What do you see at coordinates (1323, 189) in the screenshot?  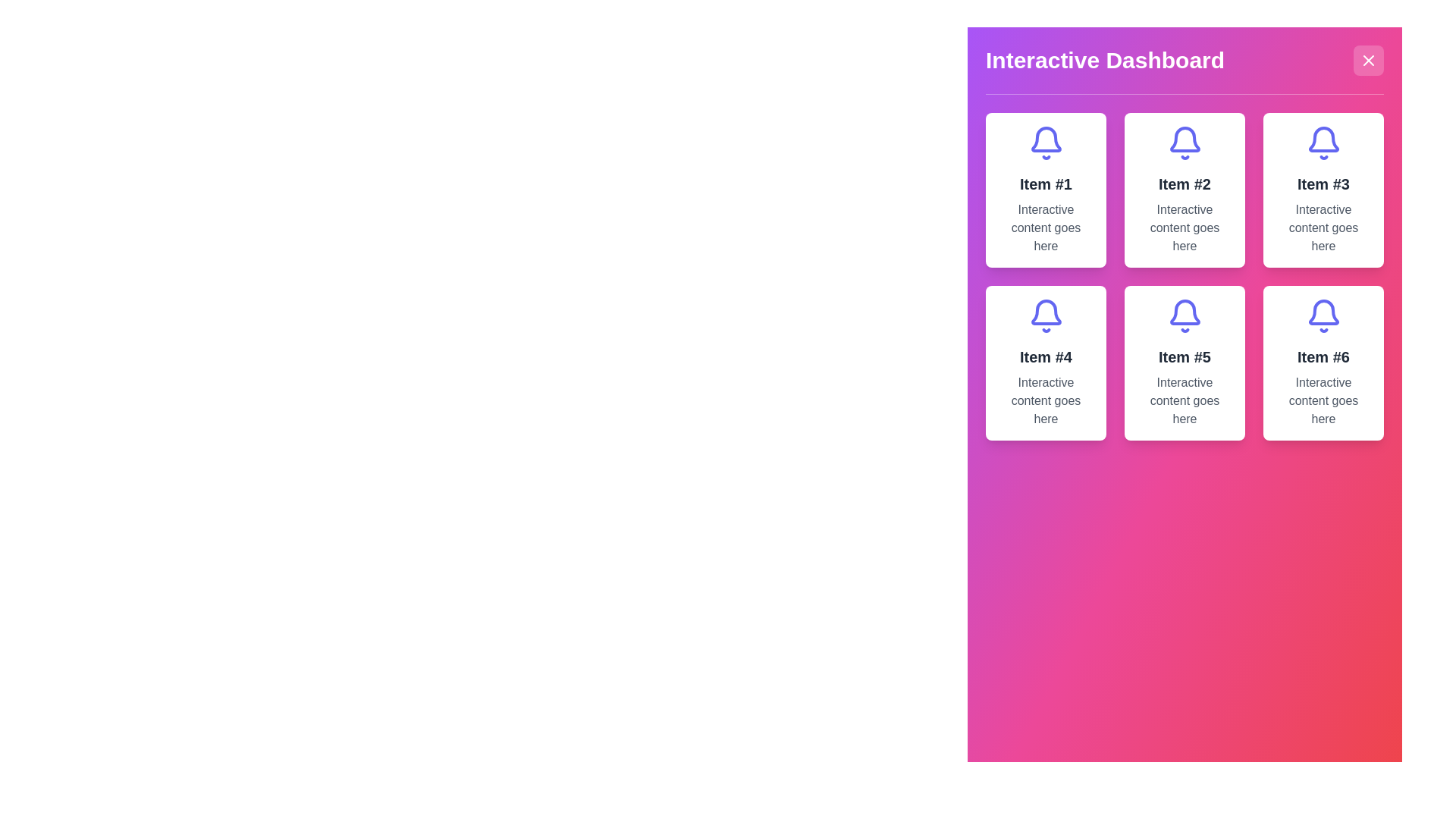 I see `the button titled 'Item #3' which features a bell icon in purple and the text 'Interactive content goes here'. This button is the third card in a 3x2 grid layout` at bounding box center [1323, 189].